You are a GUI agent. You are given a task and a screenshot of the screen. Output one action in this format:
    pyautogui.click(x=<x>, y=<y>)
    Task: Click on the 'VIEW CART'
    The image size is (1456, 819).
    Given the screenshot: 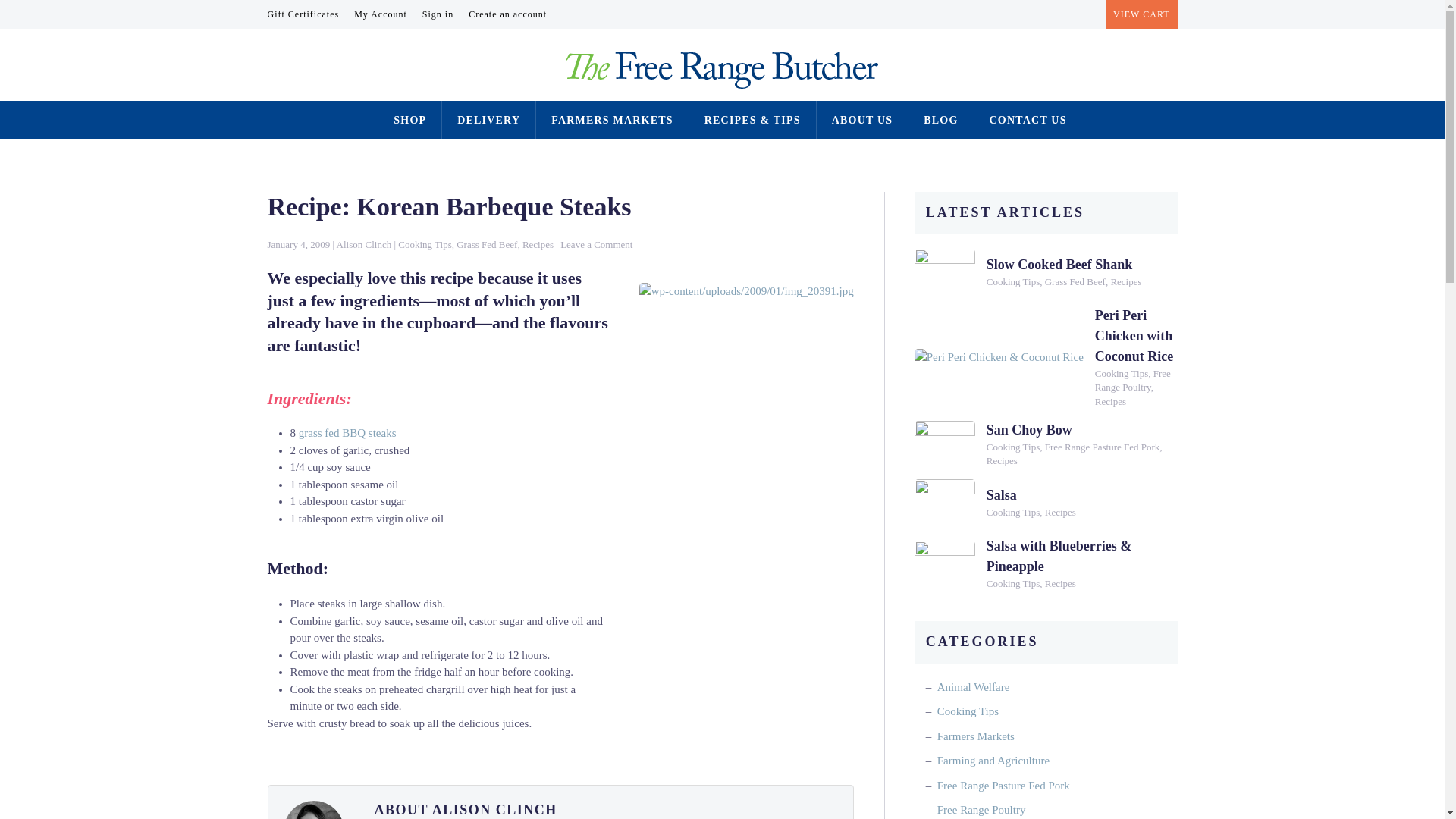 What is the action you would take?
    pyautogui.click(x=1141, y=14)
    